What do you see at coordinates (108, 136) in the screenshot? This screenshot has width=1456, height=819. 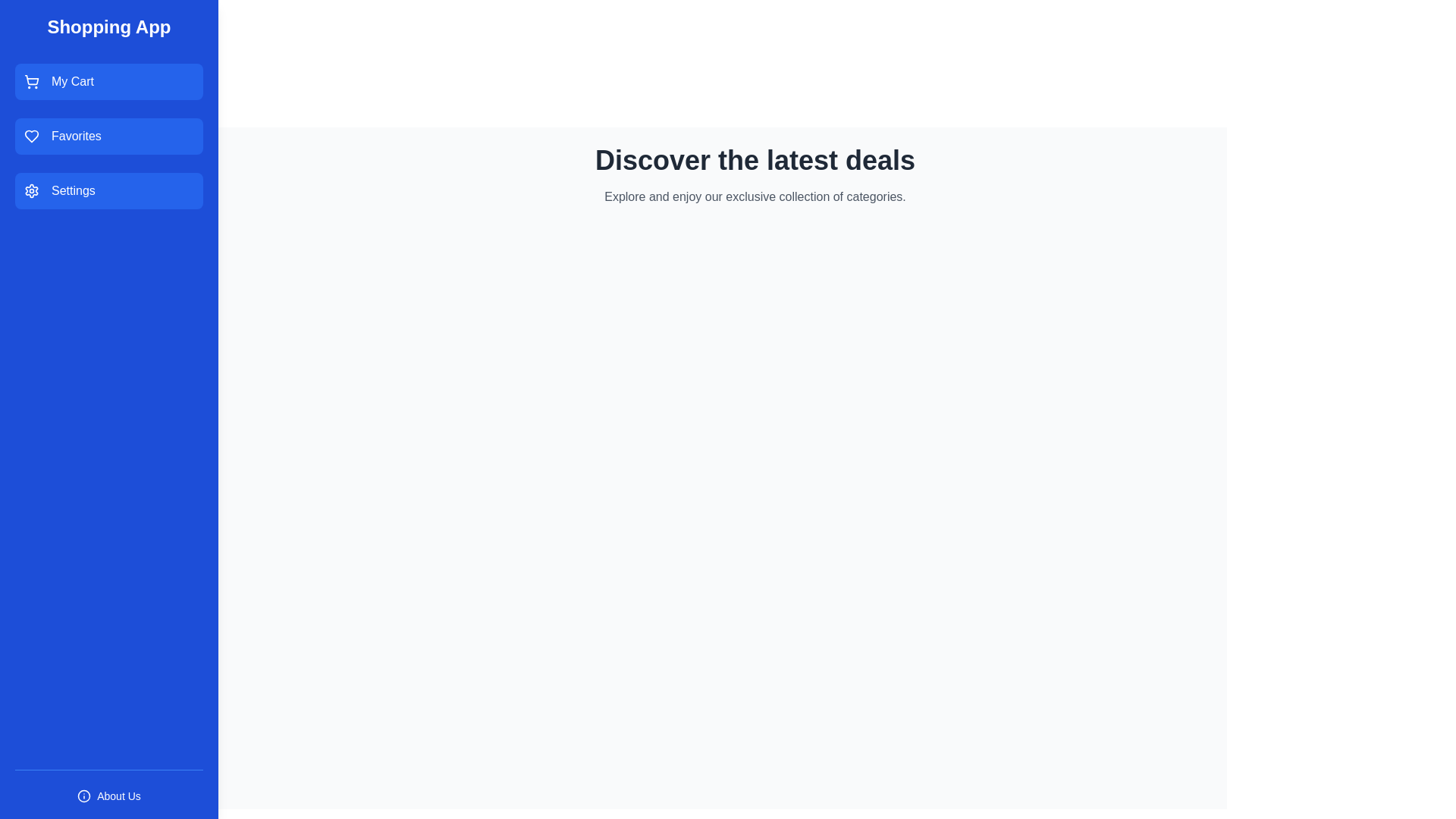 I see `the 'Favorites' button to navigate to the Favorites section` at bounding box center [108, 136].